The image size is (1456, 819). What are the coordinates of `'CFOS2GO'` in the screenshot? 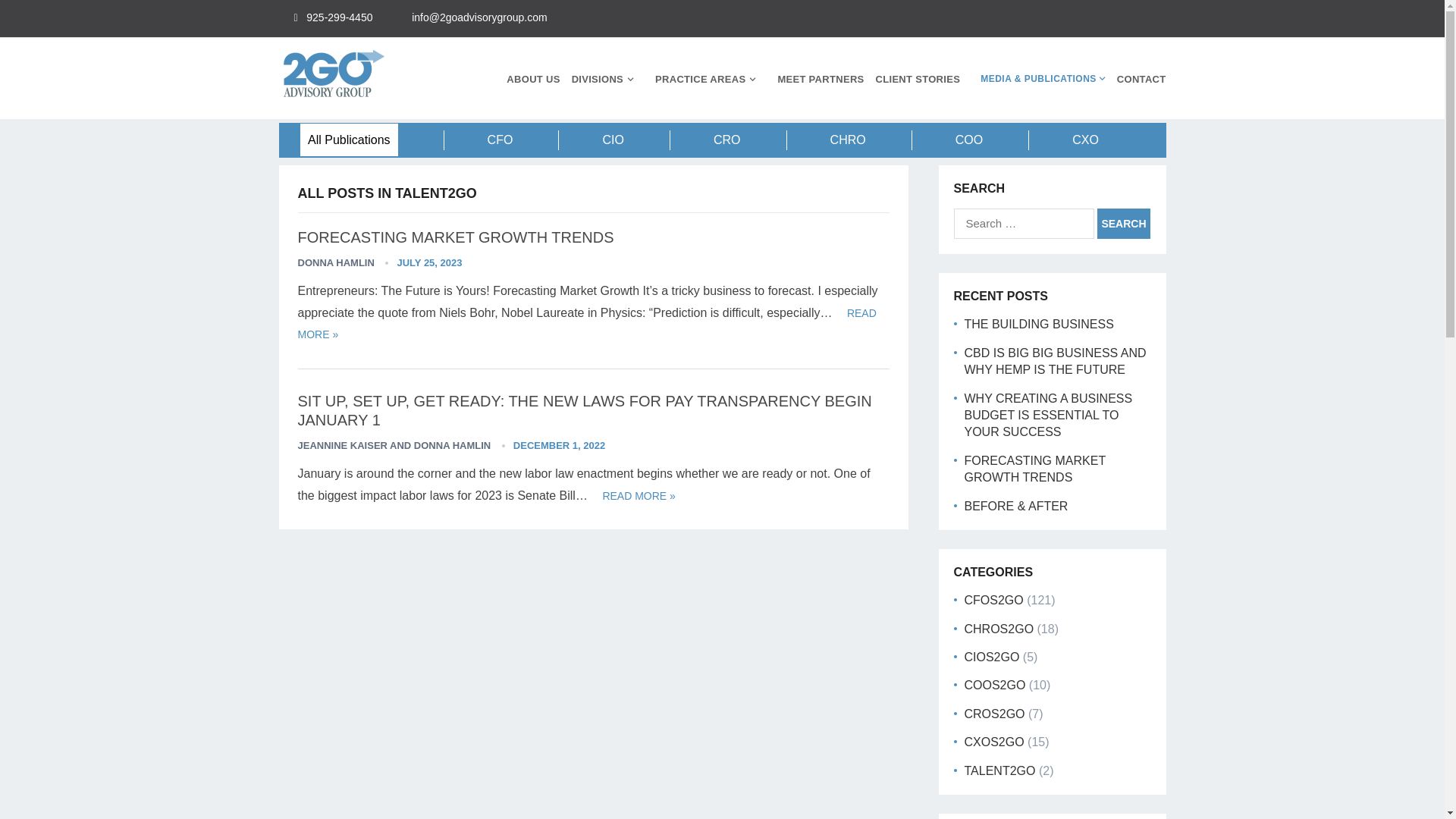 It's located at (993, 599).